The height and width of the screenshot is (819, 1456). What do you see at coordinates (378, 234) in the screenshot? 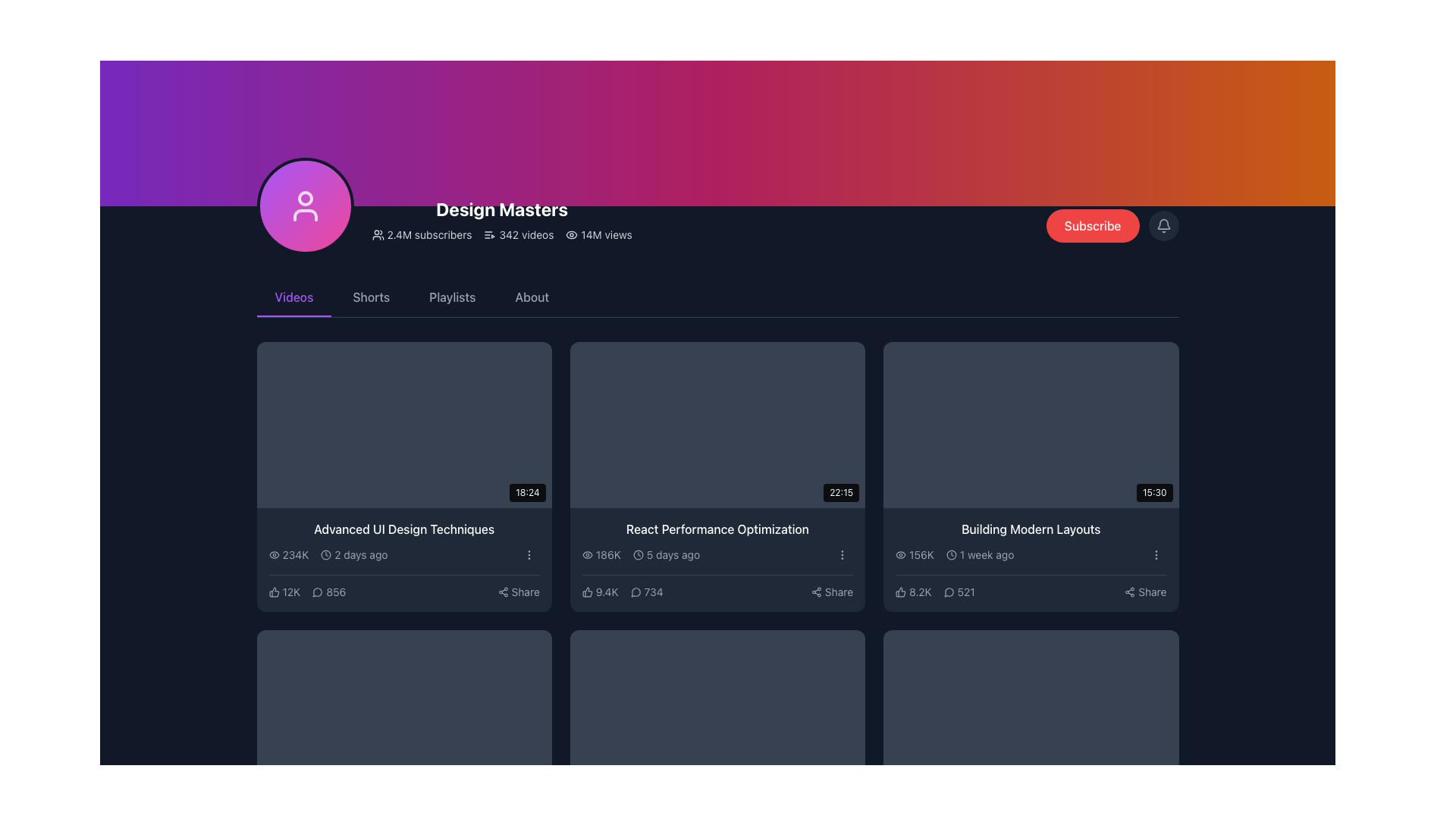
I see `the decorative icon located to the left of the '2.4M subscribers' text, which symbolizes users or subscribers` at bounding box center [378, 234].